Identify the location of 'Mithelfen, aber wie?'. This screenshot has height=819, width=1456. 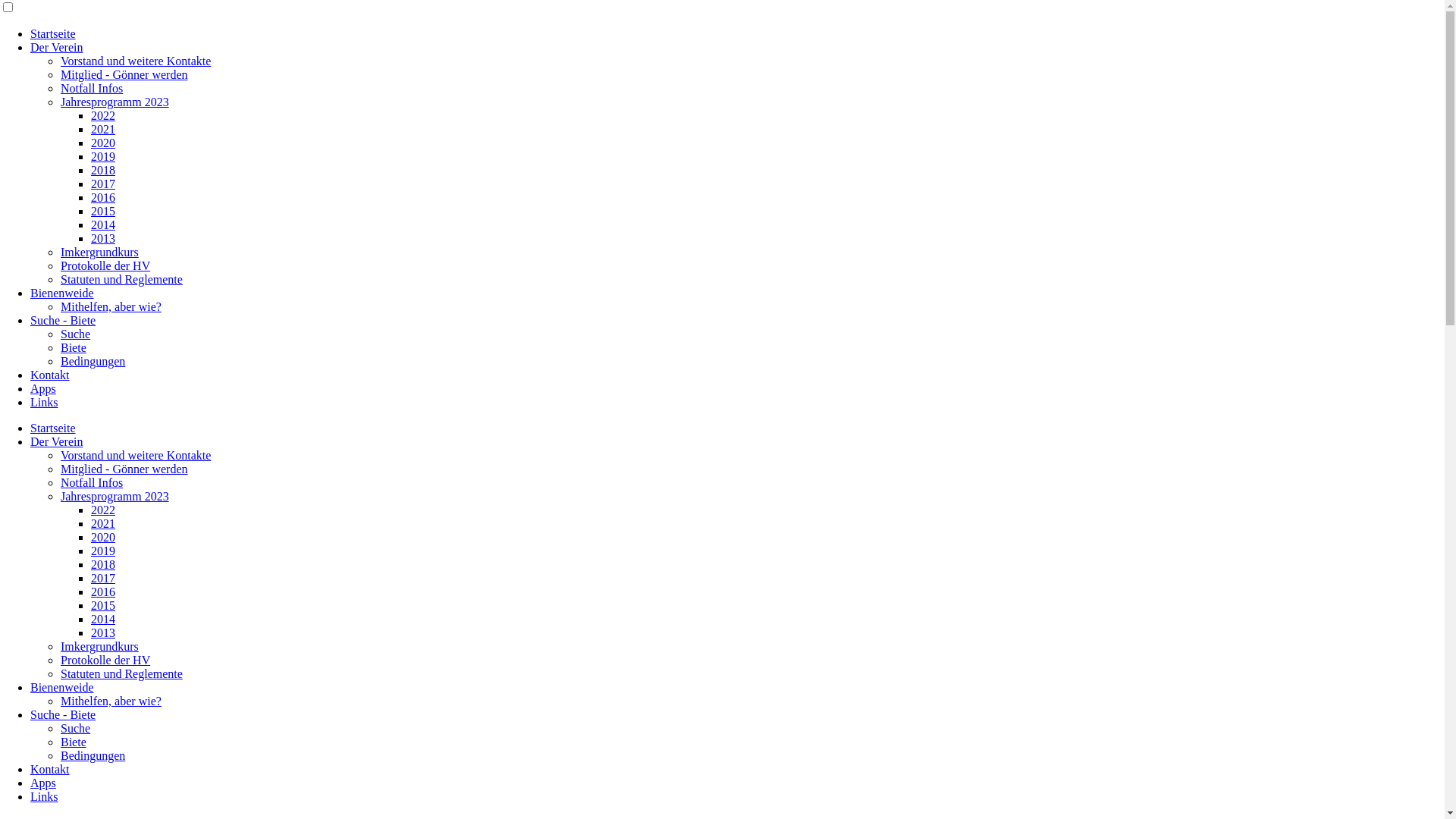
(110, 306).